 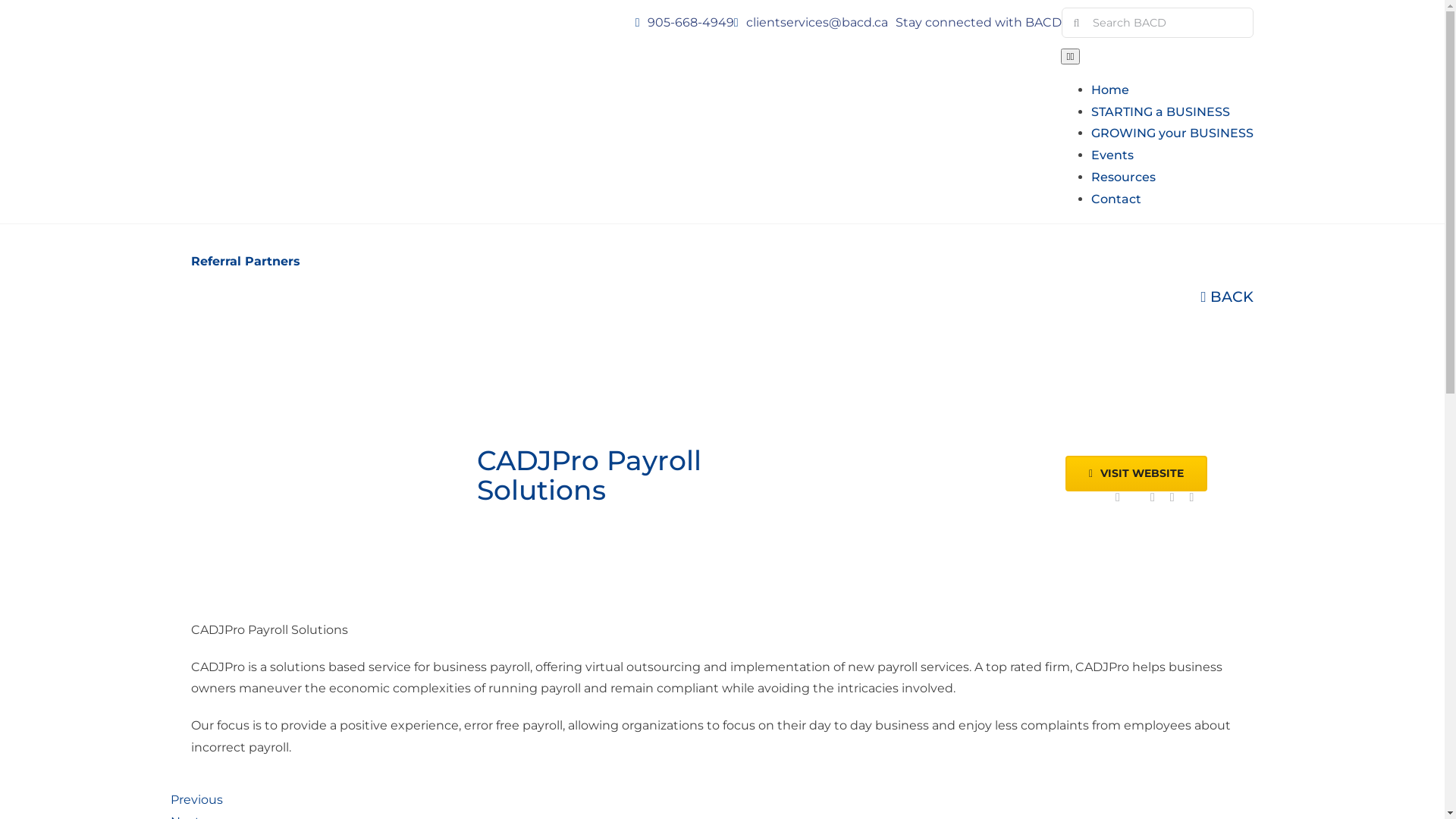 I want to click on 'Previous', so click(x=195, y=799).